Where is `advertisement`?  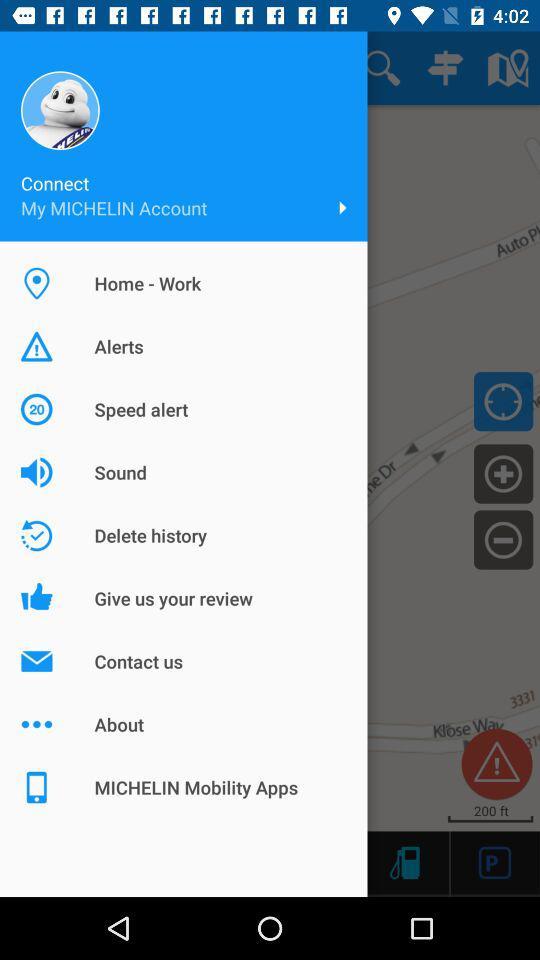 advertisement is located at coordinates (494, 861).